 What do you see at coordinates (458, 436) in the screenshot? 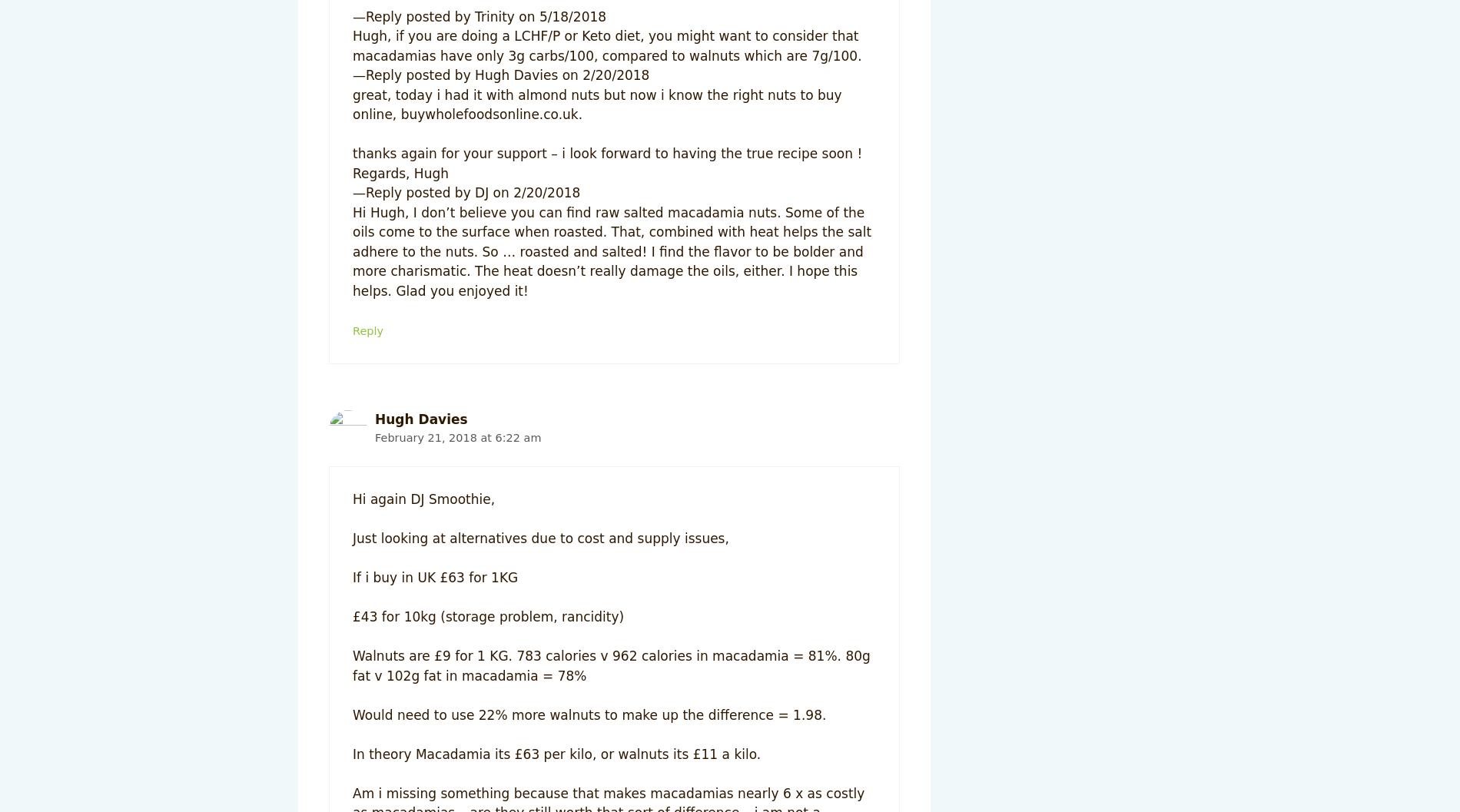
I see `'February 21, 2018 at 6:22 am'` at bounding box center [458, 436].